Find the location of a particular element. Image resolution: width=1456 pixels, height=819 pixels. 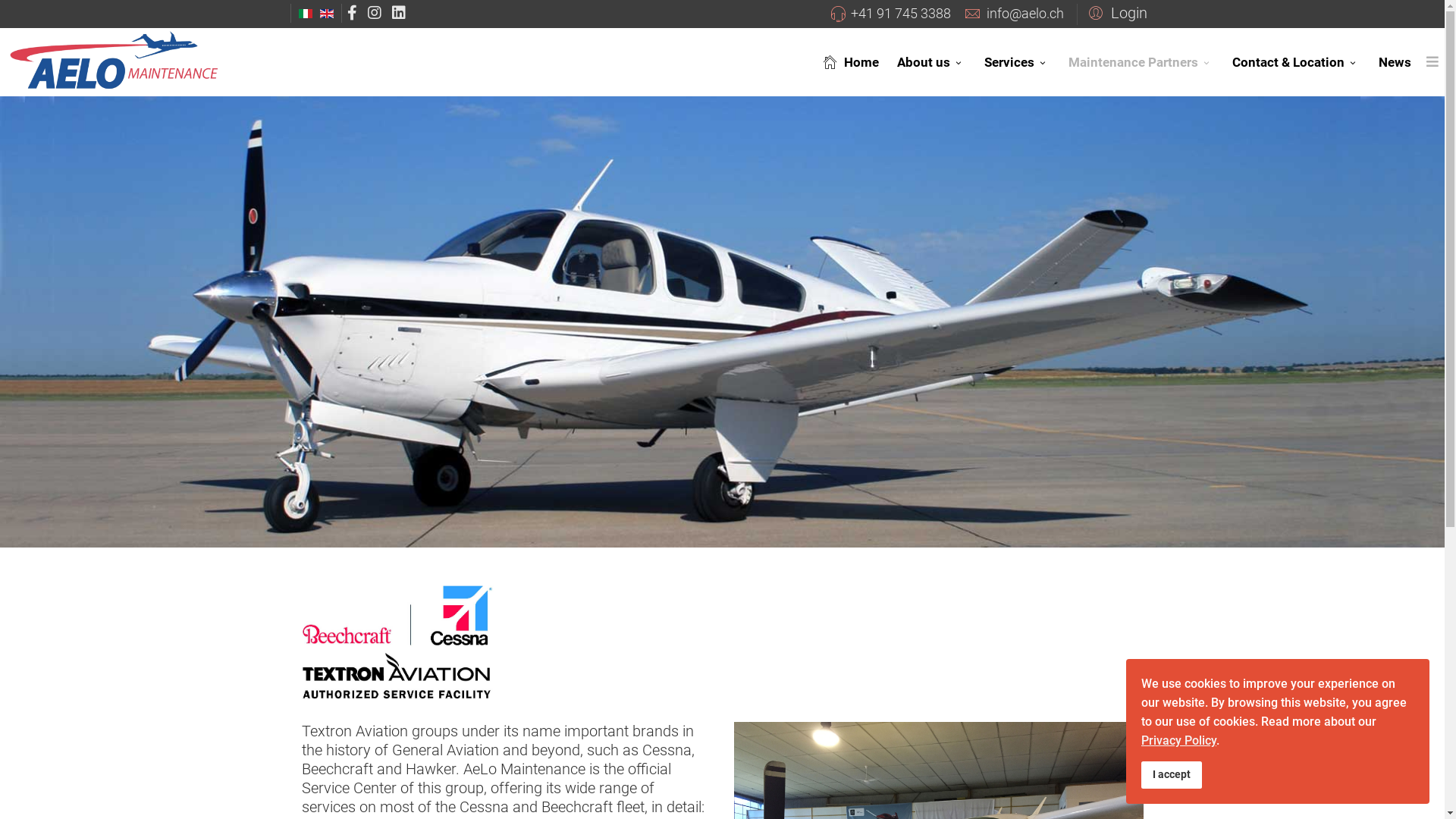

'News' is located at coordinates (1395, 61).